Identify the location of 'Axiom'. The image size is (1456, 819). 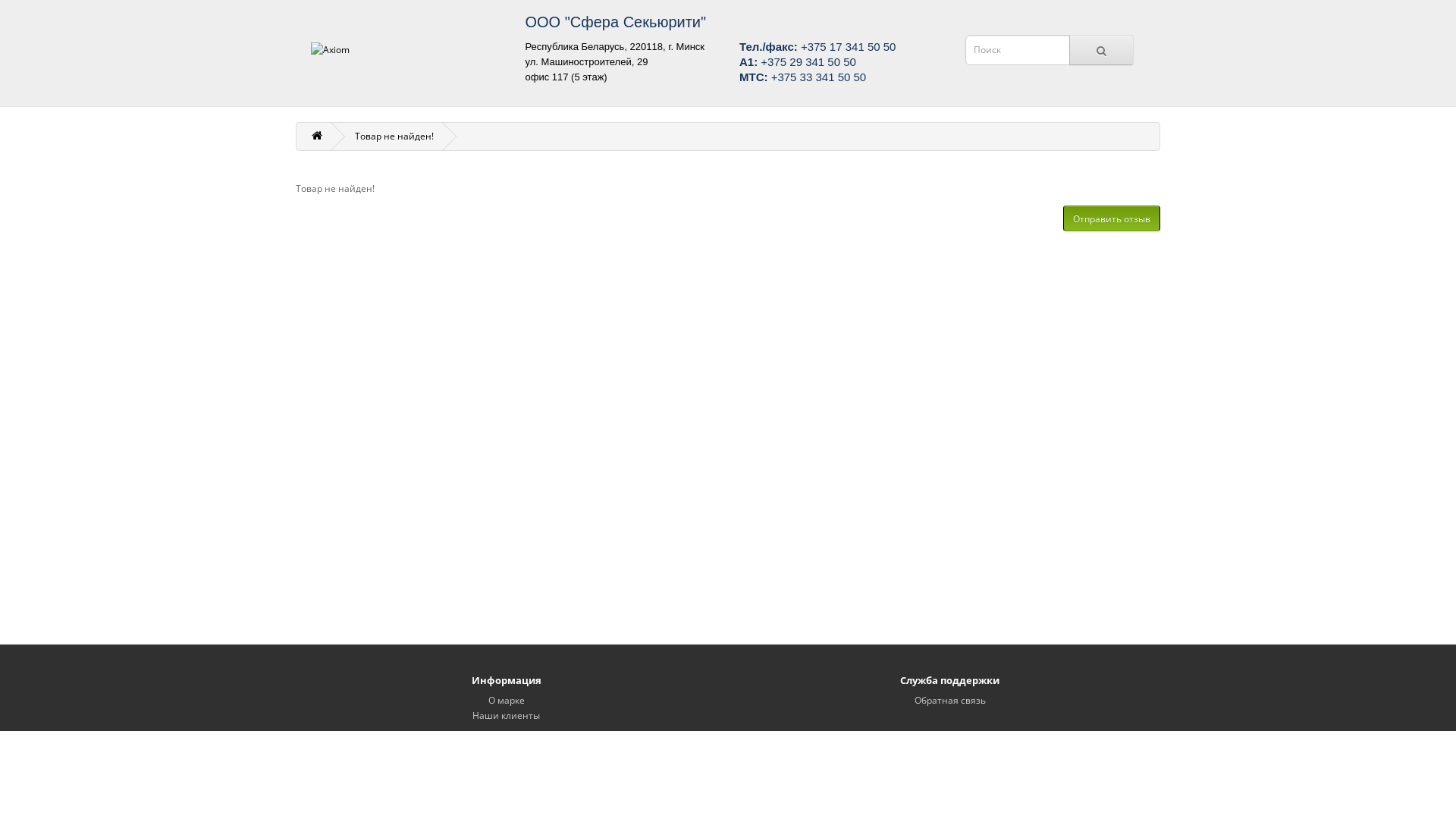
(309, 49).